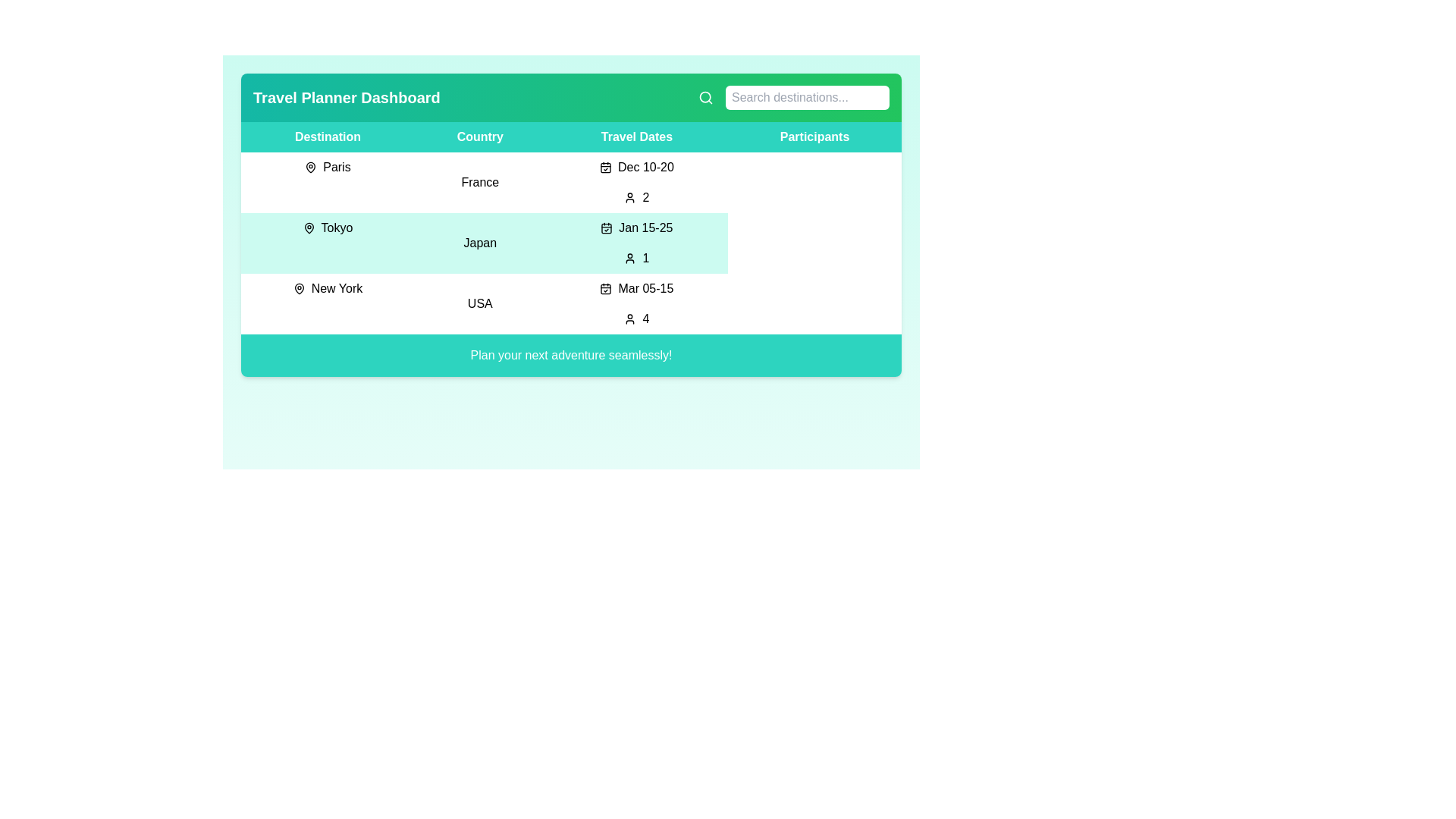 The image size is (1456, 819). I want to click on the location icon indicating 'New York' in the Destination column, which is the first graphical element in its row, so click(299, 289).